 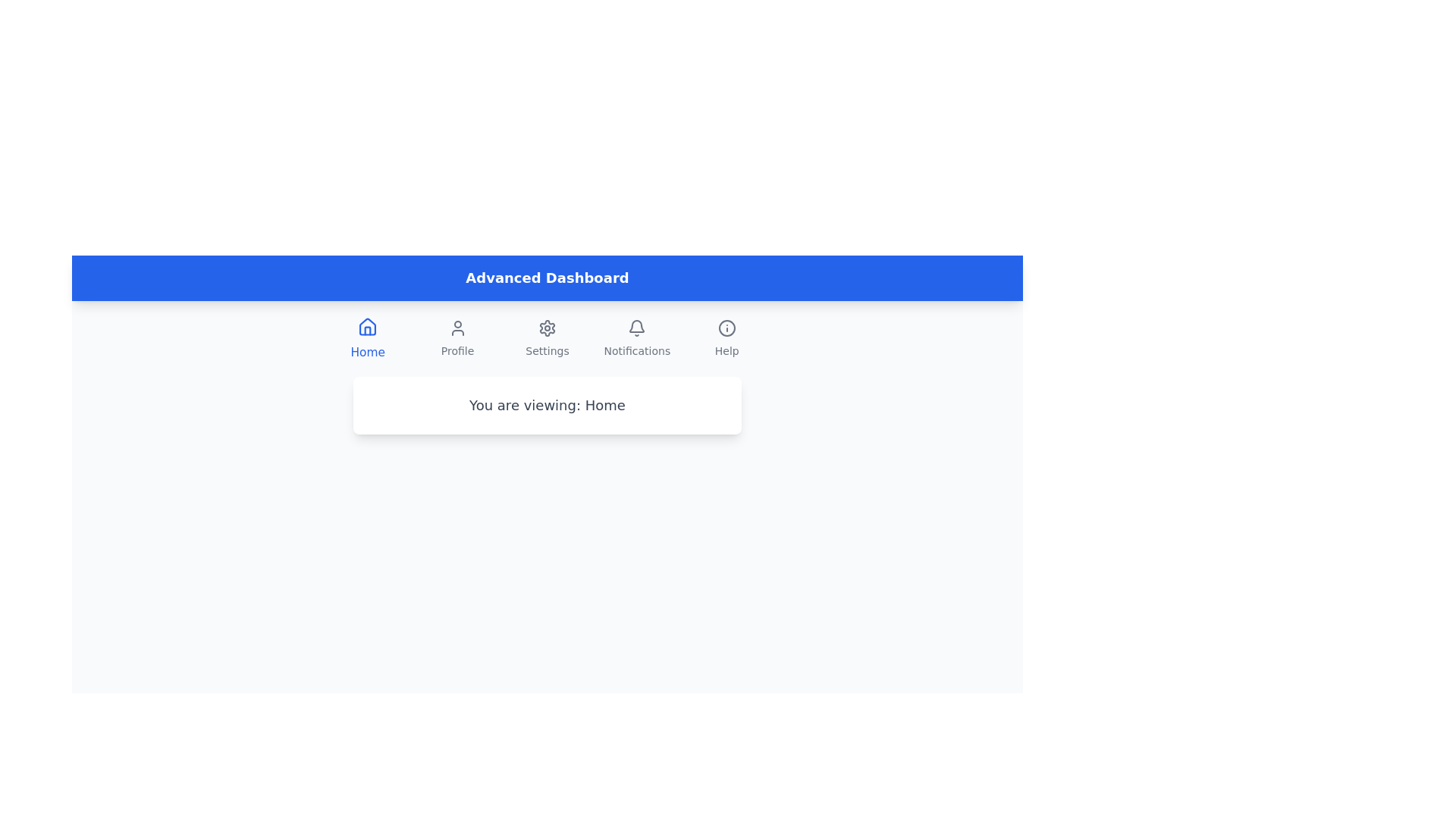 I want to click on the decorative SVG circle within the 'Help' button located at the far right of the navigation bar, so click(x=726, y=327).